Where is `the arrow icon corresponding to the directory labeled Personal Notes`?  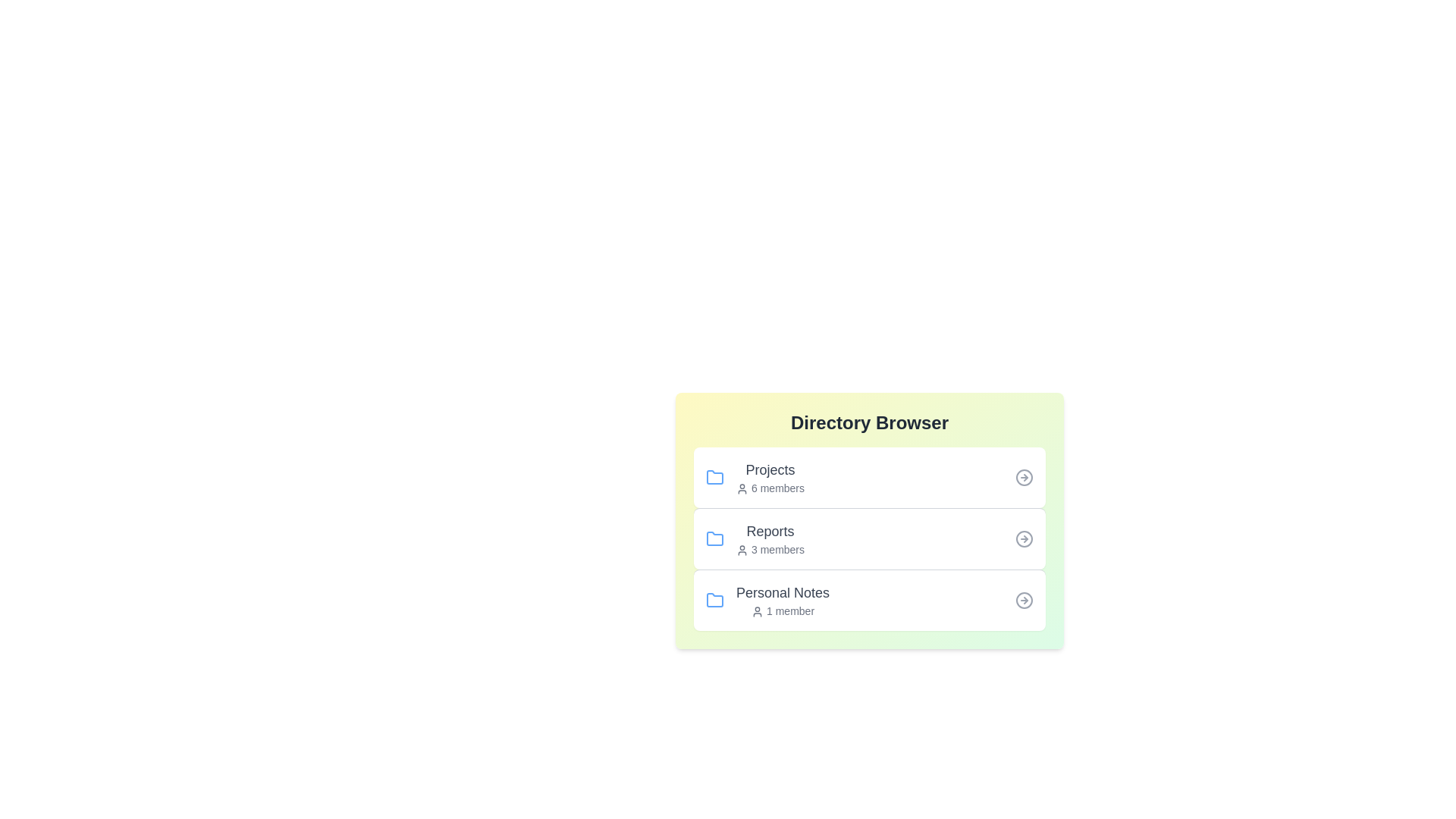
the arrow icon corresponding to the directory labeled Personal Notes is located at coordinates (1024, 599).